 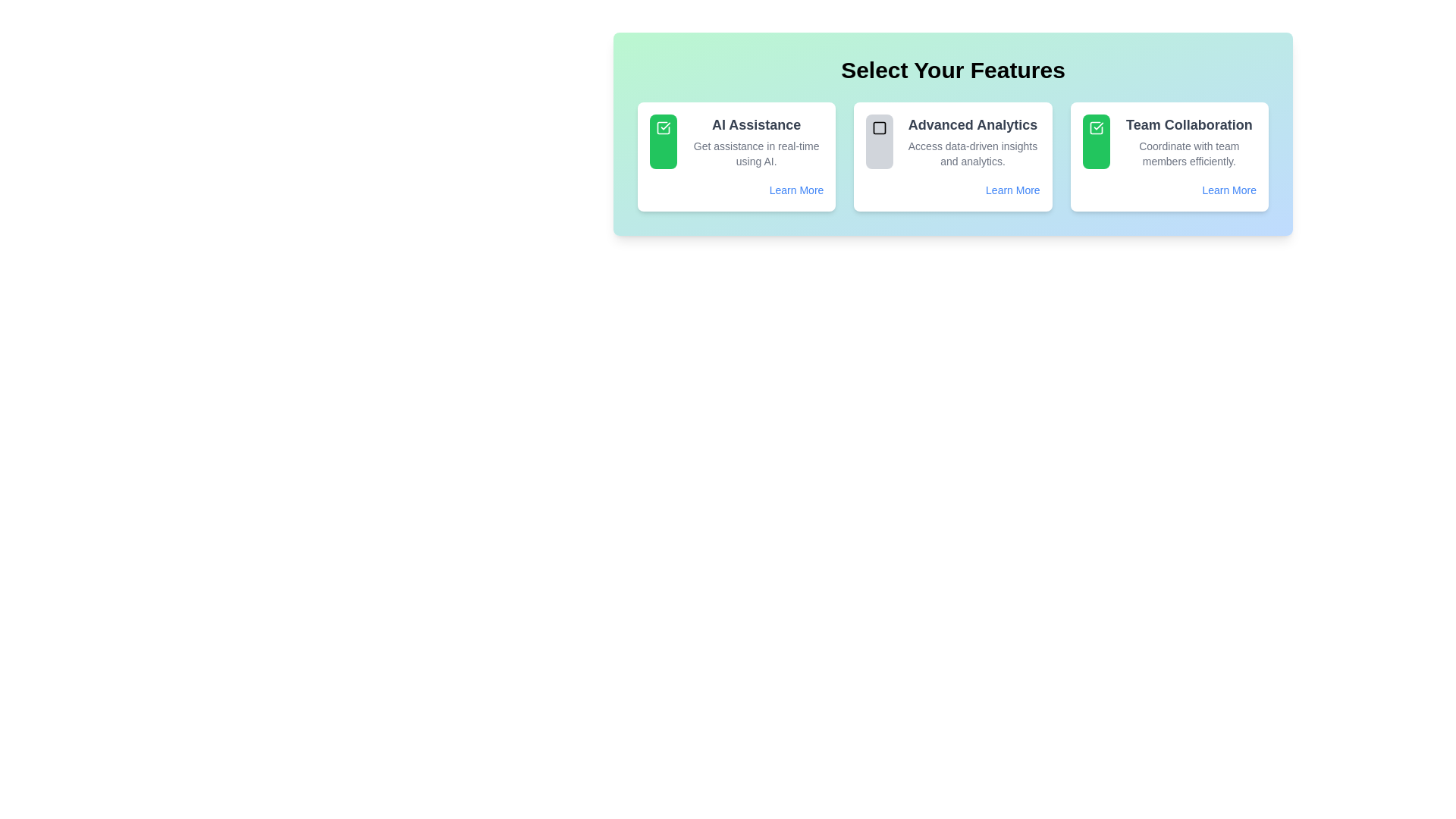 What do you see at coordinates (952, 141) in the screenshot?
I see `the selectable feature card titled 'Advanced Analytics' which contains a light gray background, a square icon outlined in black, and text describing data-driven insights` at bounding box center [952, 141].